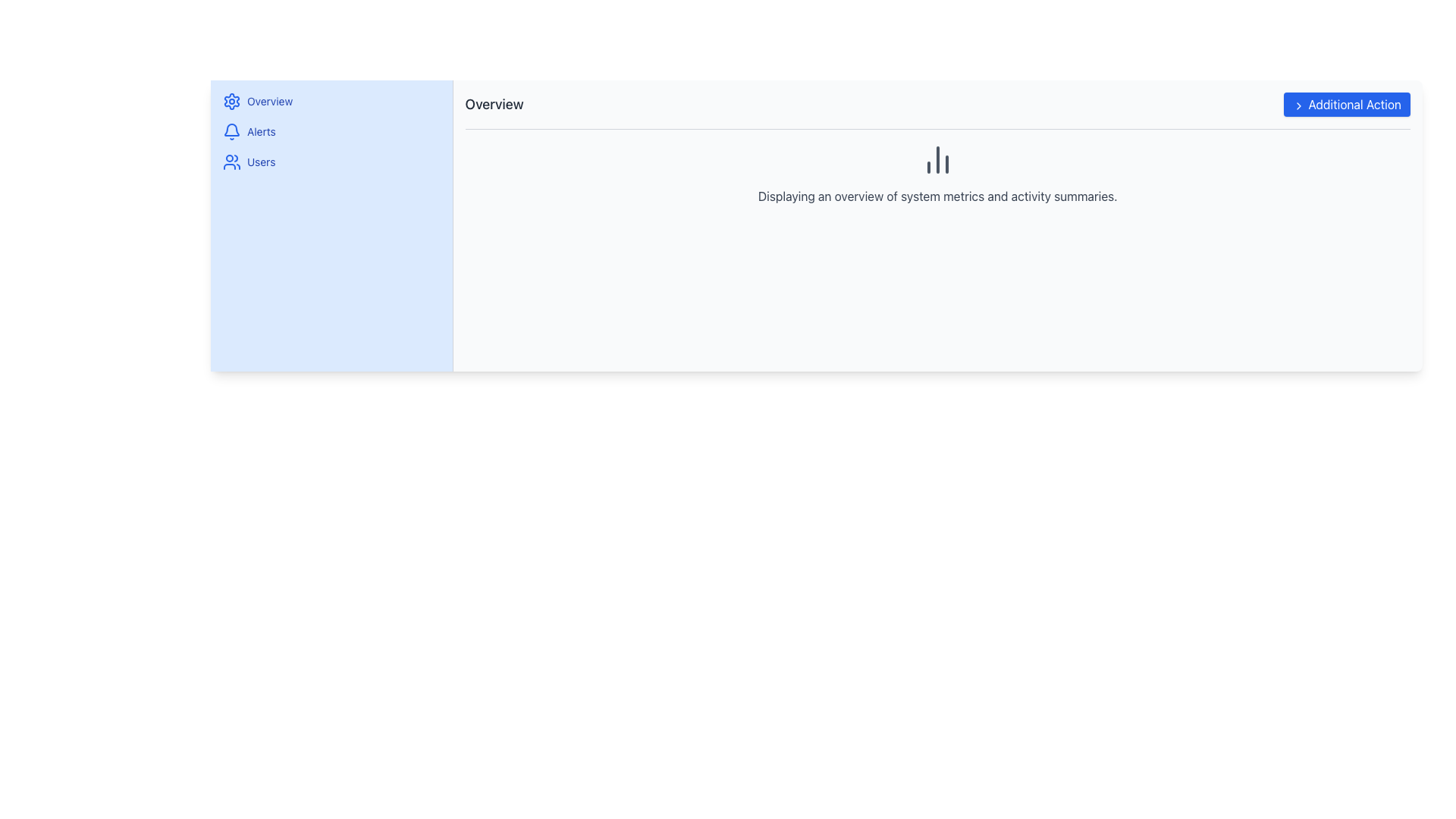 The width and height of the screenshot is (1456, 819). What do you see at coordinates (269, 102) in the screenshot?
I see `the 'Overview' text label in the navigational menu` at bounding box center [269, 102].